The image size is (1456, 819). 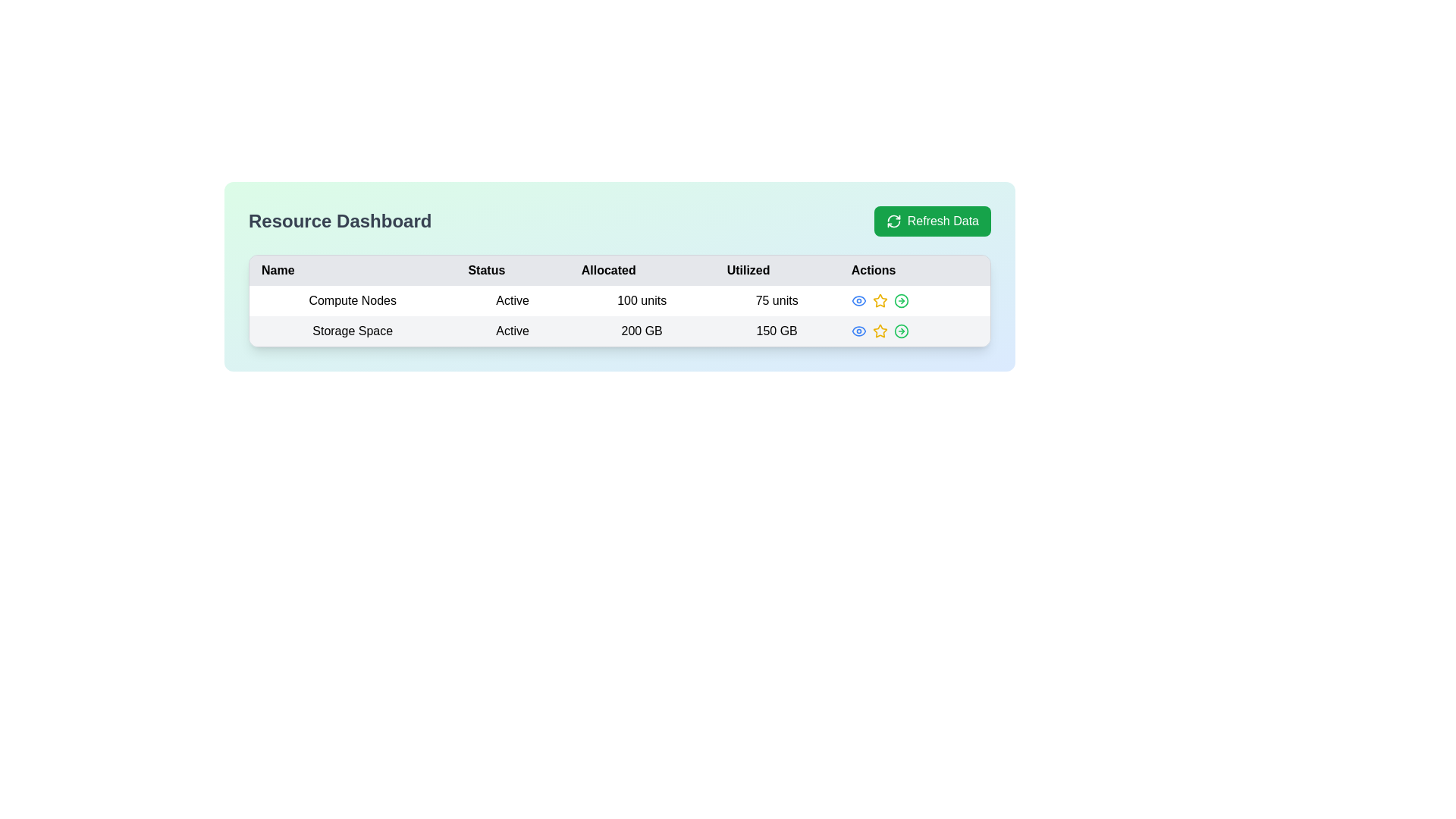 What do you see at coordinates (513, 330) in the screenshot?
I see `displayed text of the 'Active' label in the 'Status' column of the 'Storage Space' row` at bounding box center [513, 330].